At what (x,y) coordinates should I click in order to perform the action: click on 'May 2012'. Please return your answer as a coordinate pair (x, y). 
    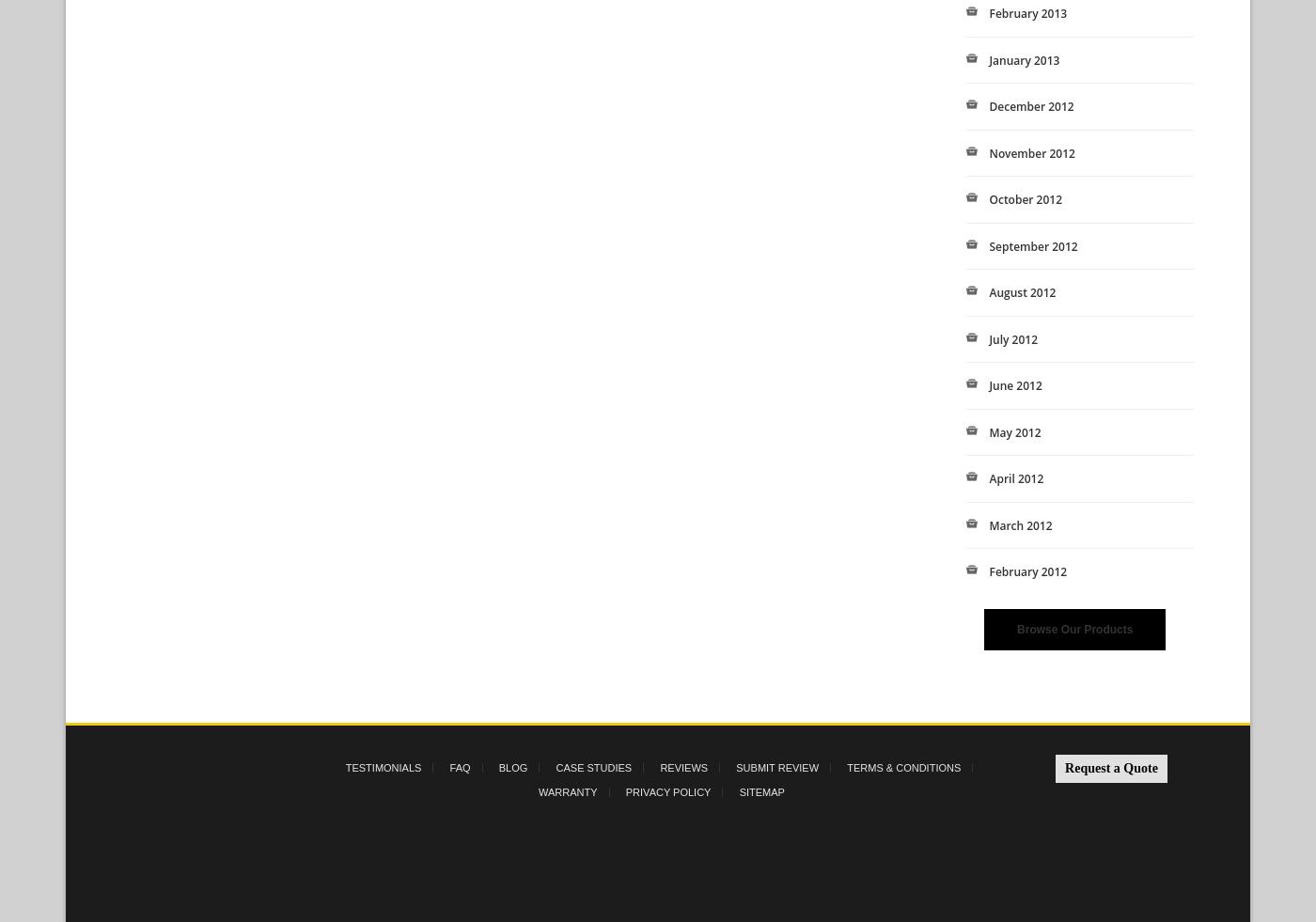
    Looking at the image, I should click on (988, 430).